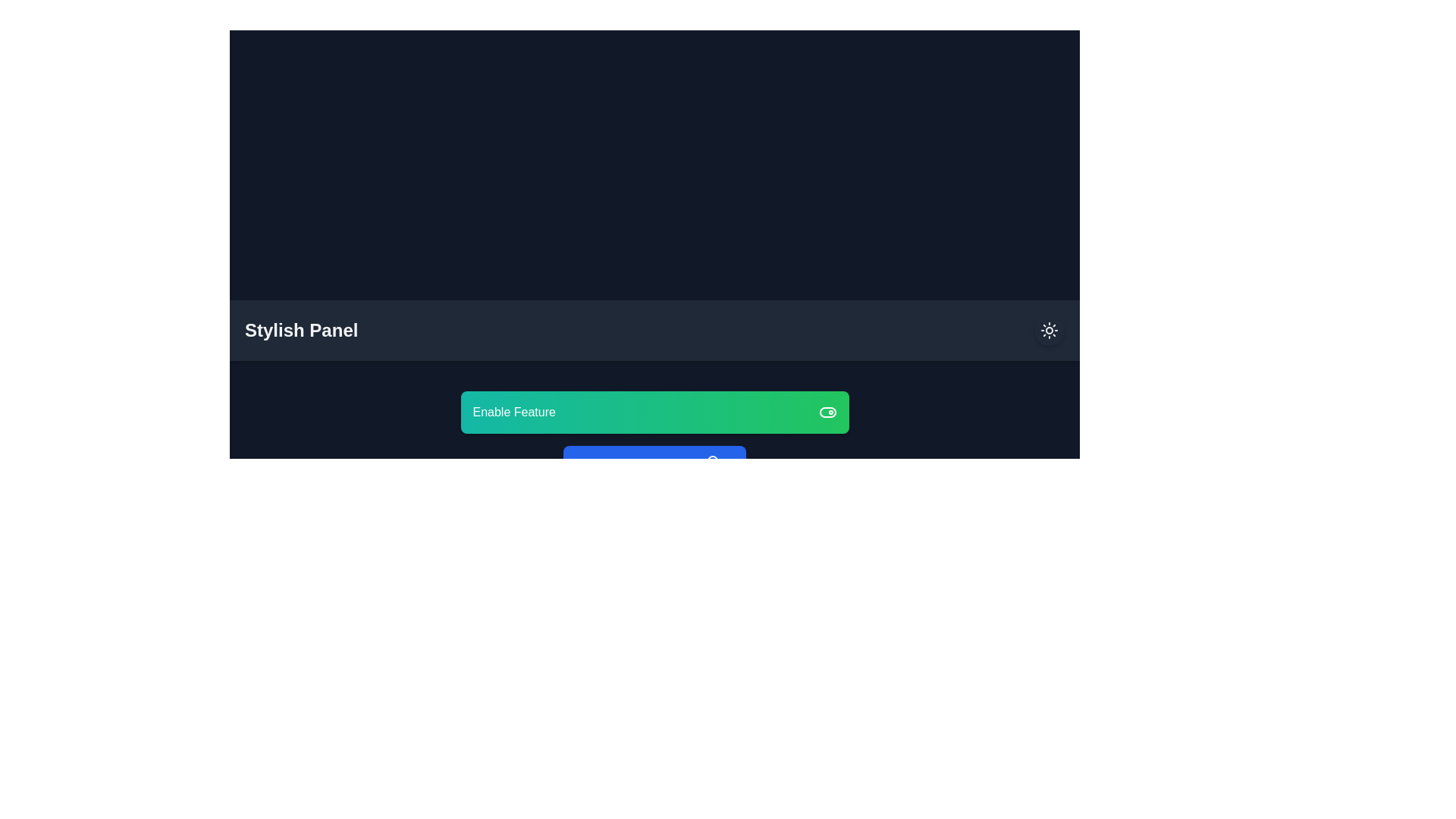 This screenshot has width=1456, height=819. What do you see at coordinates (712, 463) in the screenshot?
I see `the notification bell icon, which is a minimalistic outline icon located next to the 'Disable Notifications' button` at bounding box center [712, 463].